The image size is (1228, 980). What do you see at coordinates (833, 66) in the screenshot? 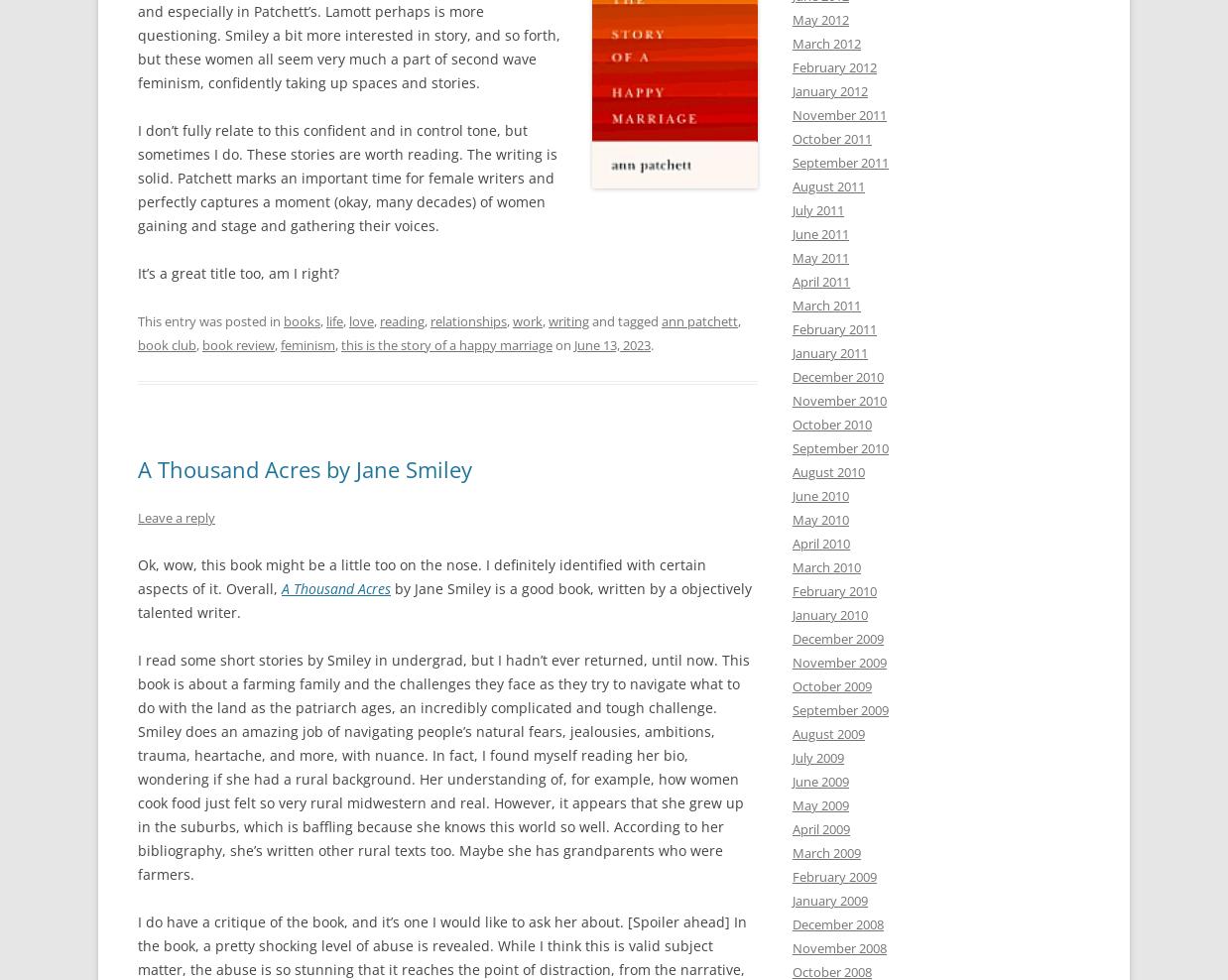
I see `'February 2012'` at bounding box center [833, 66].